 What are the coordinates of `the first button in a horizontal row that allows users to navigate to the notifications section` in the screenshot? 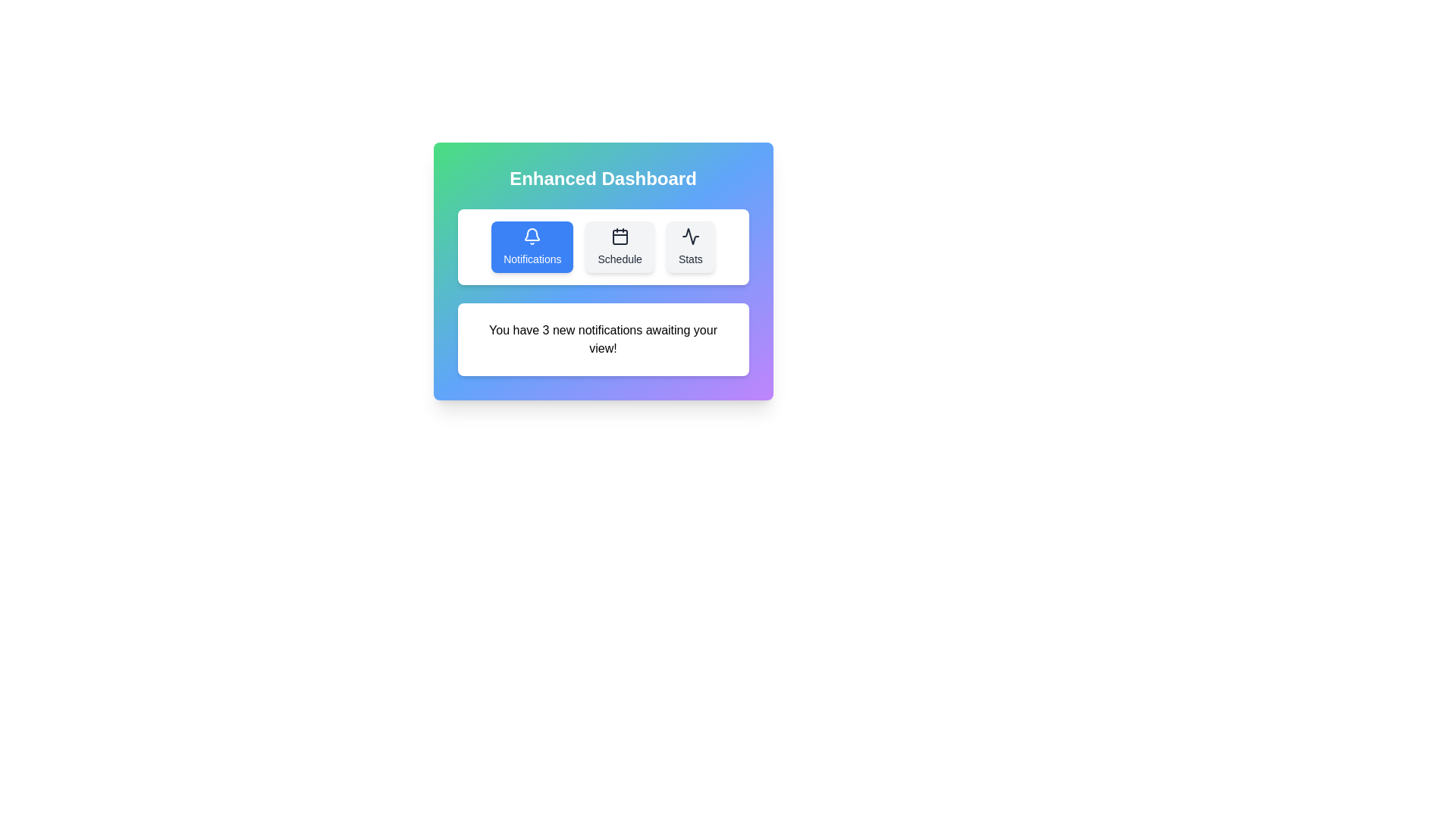 It's located at (532, 246).